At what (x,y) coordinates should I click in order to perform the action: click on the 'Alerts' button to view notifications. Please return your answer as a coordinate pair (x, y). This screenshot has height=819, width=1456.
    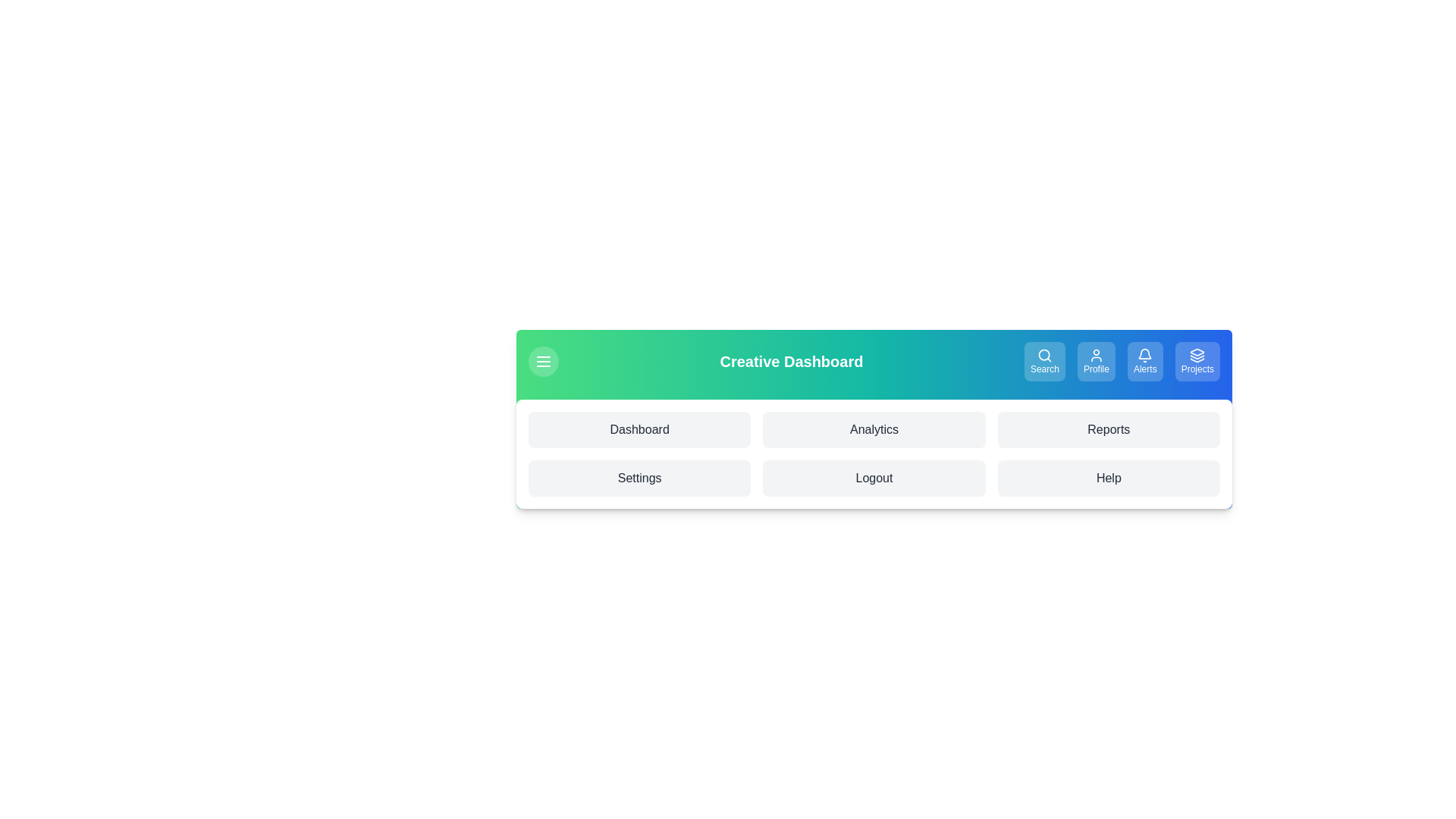
    Looking at the image, I should click on (1145, 362).